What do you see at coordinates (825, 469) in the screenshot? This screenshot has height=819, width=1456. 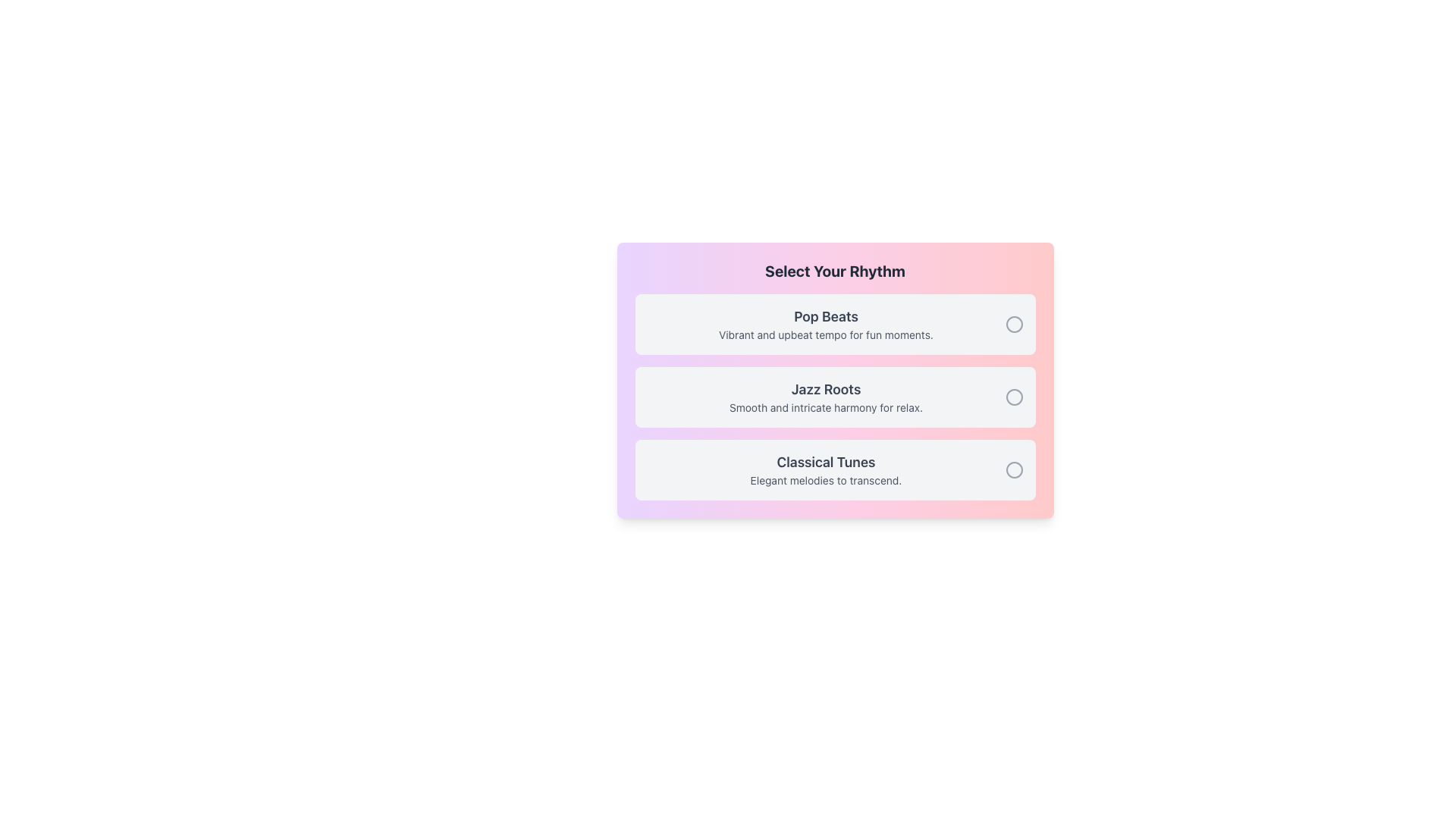 I see `text from the Rich text block that serves as a descriptive label within the selection interface, located below 'Jazz Roots' and above an empty area` at bounding box center [825, 469].